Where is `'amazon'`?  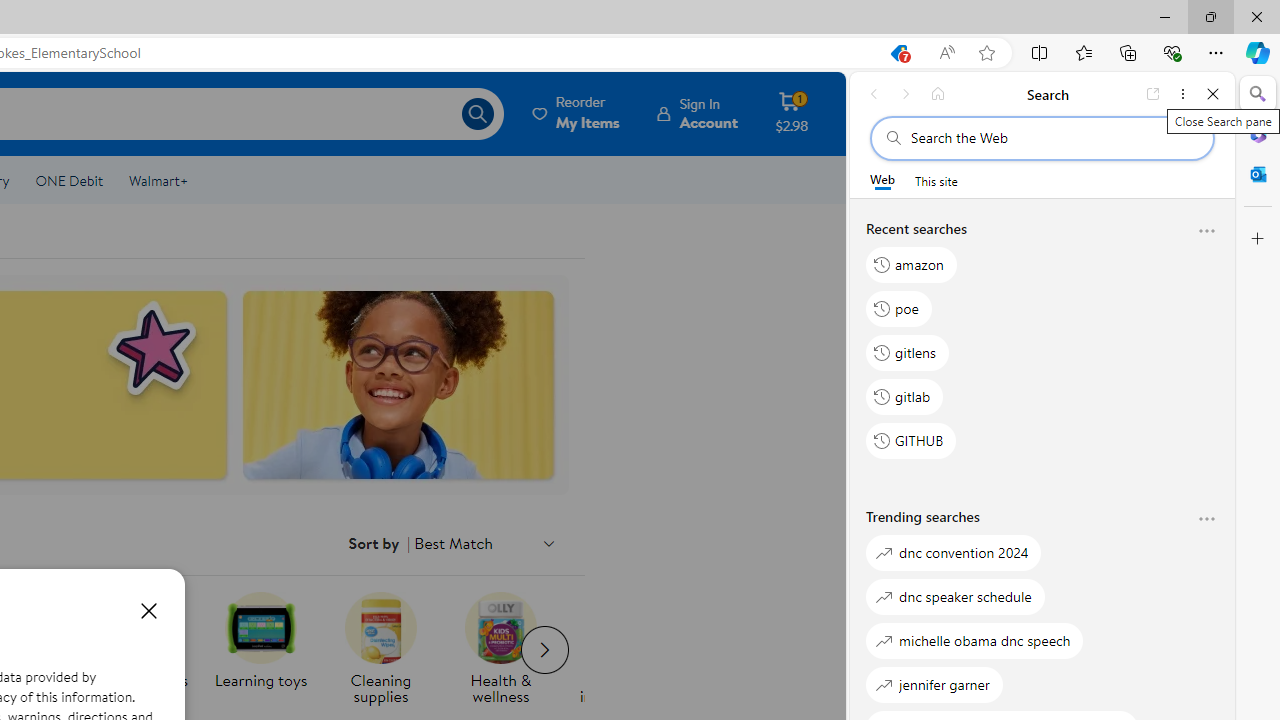
'amazon' is located at coordinates (911, 263).